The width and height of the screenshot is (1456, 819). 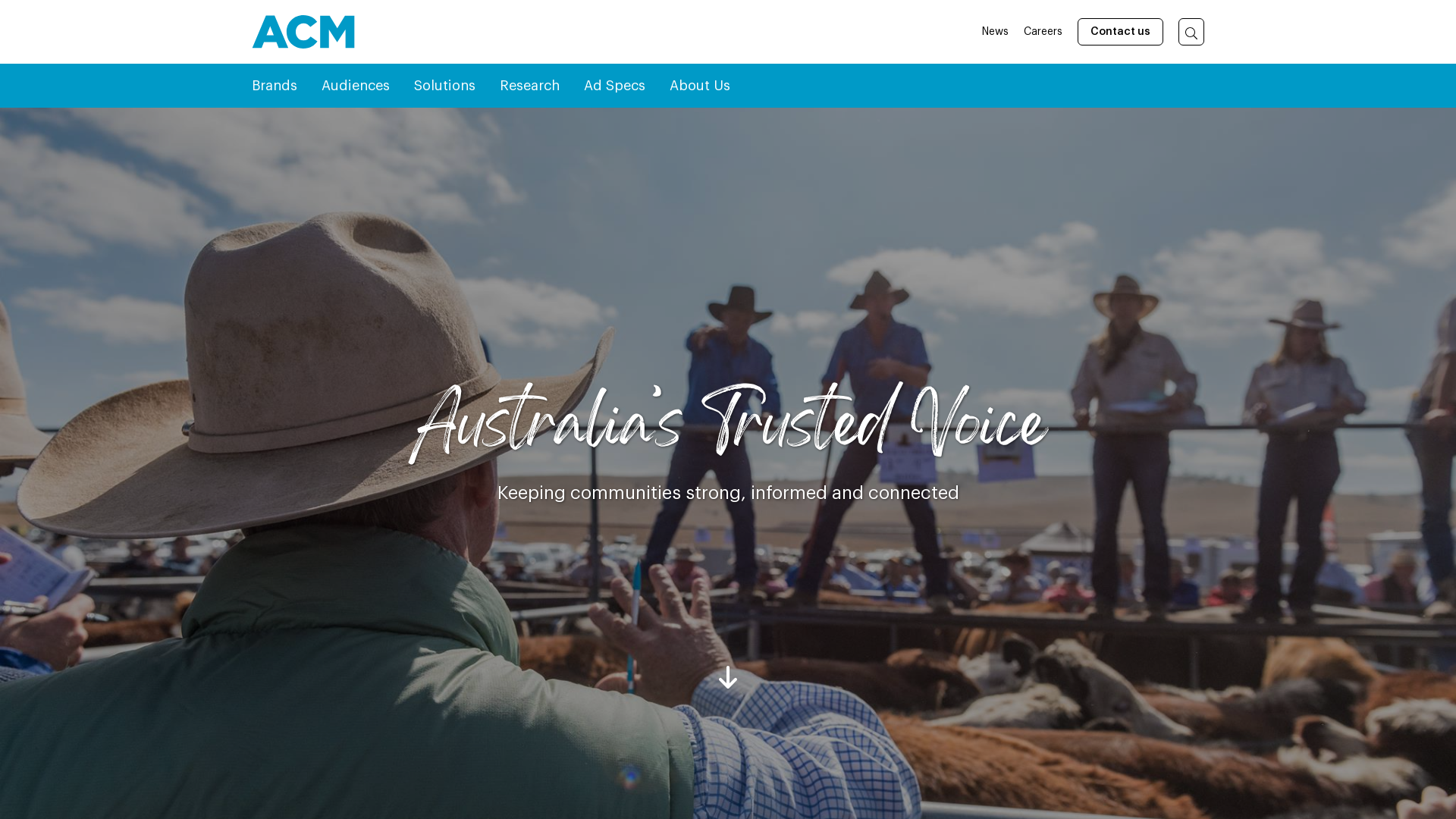 I want to click on 'Brands', so click(x=274, y=85).